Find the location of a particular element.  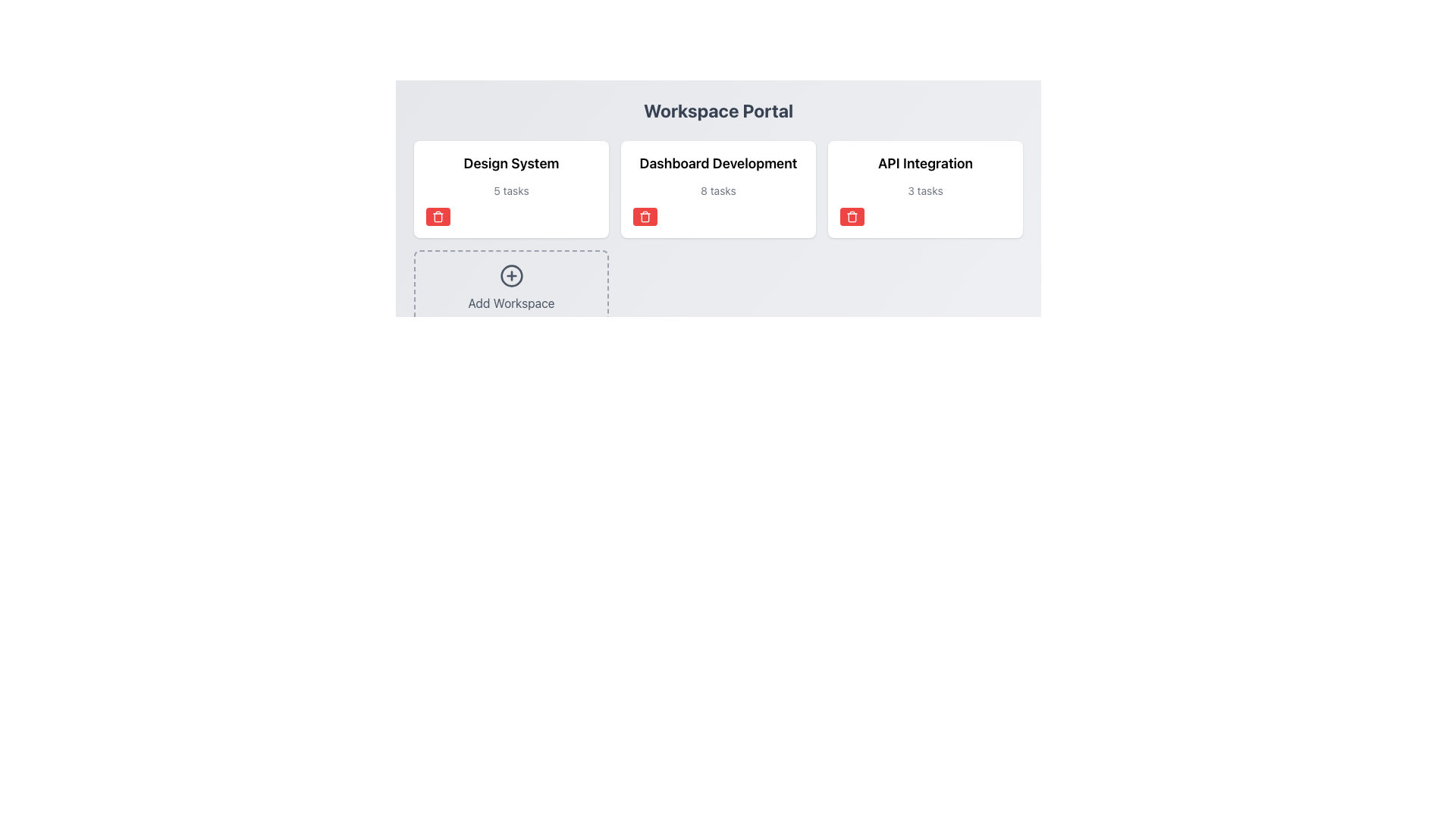

the trash icon with a red square background located at the top left corner of the delete button to initiate a delete action is located at coordinates (437, 216).